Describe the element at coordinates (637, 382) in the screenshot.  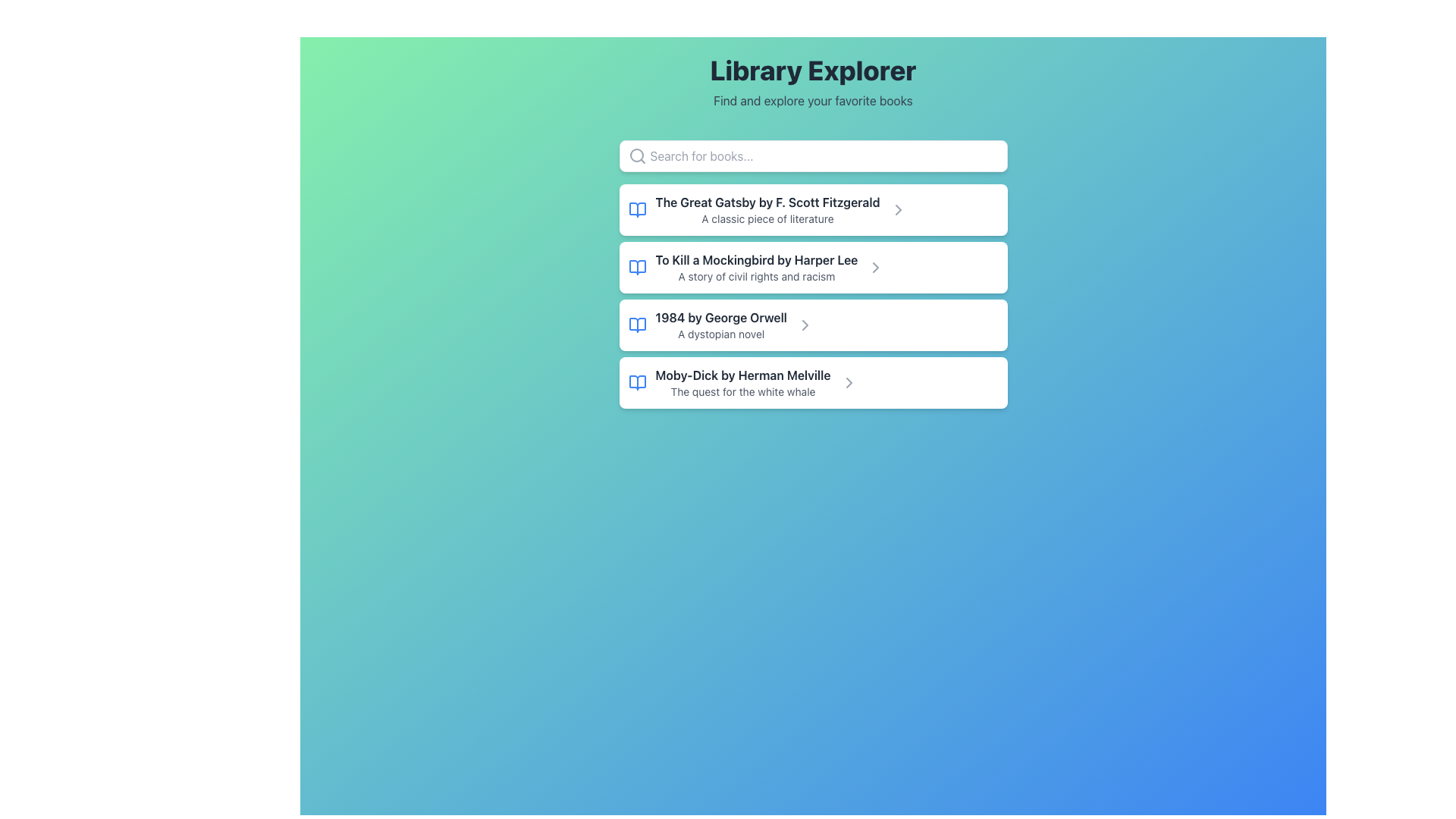
I see `the open book icon styled in blue, located to the left of the text 'Moby-Dick by Herman Melville' within the card` at that location.